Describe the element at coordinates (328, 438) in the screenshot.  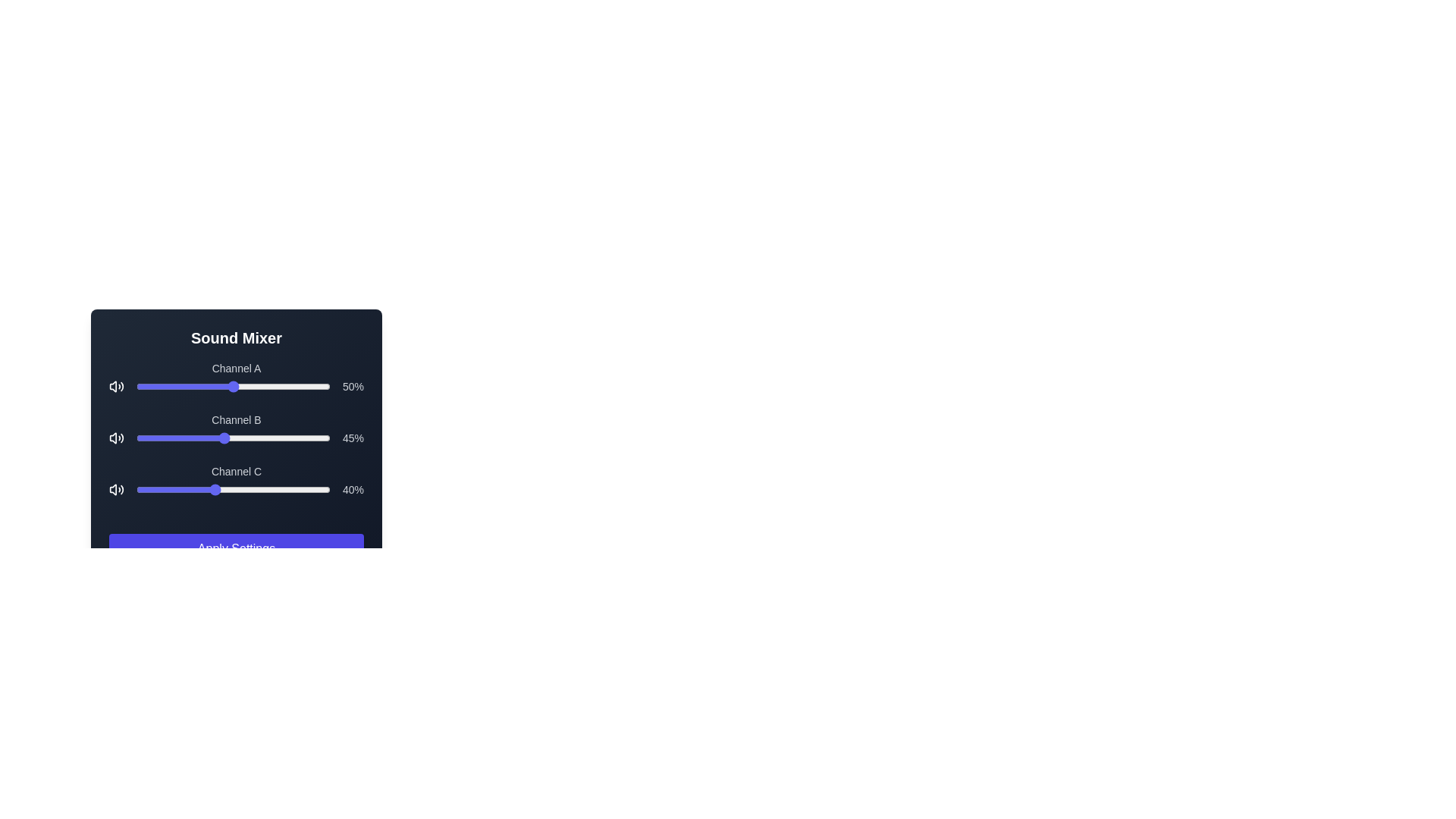
I see `the Channel B volume` at that location.